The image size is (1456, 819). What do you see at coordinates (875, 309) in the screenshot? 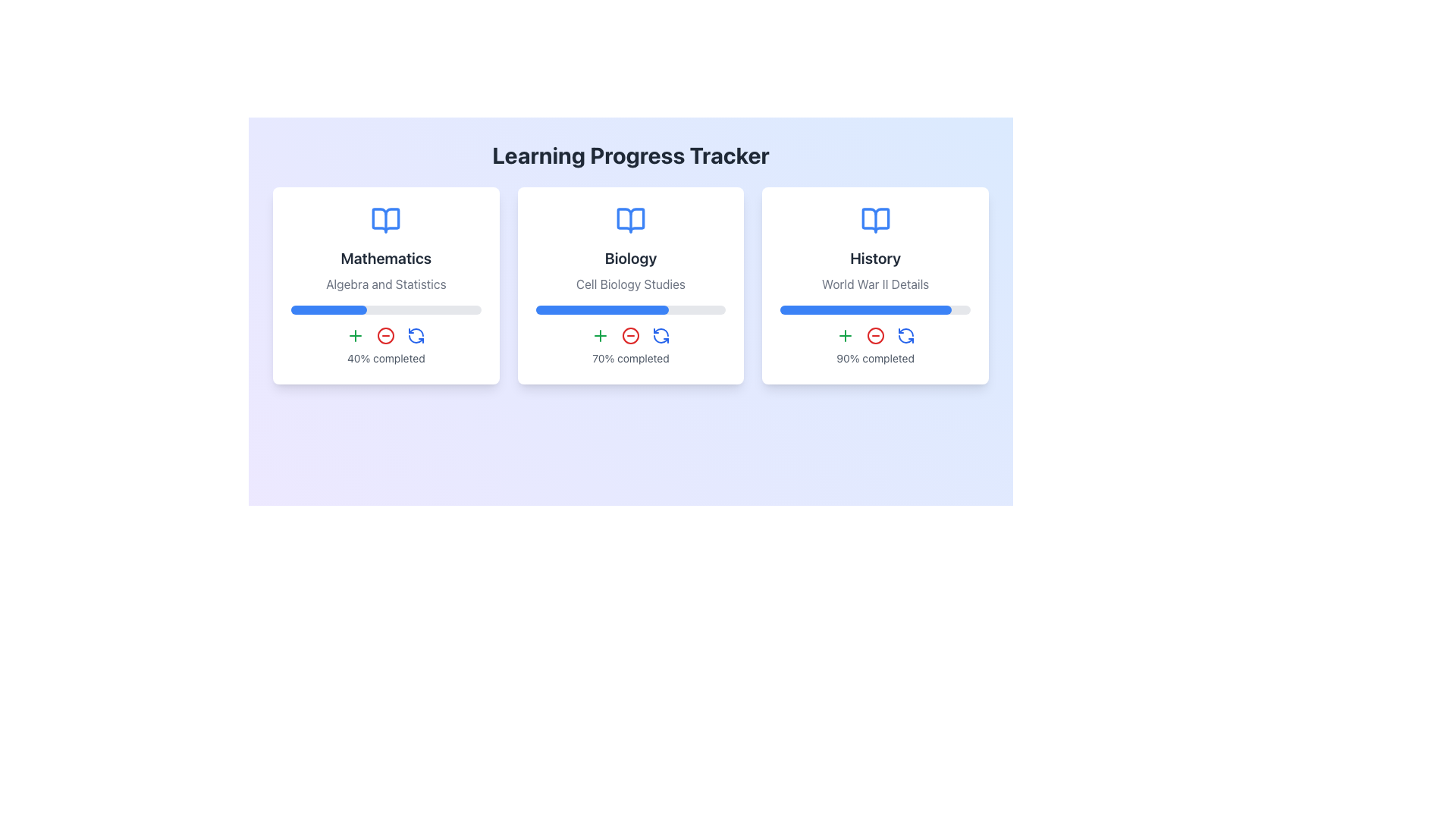
I see `the horizontal progress bar representing 90% progress, located below the 'World War II Details' text and above the '90% completed' label in the 'History' card` at bounding box center [875, 309].